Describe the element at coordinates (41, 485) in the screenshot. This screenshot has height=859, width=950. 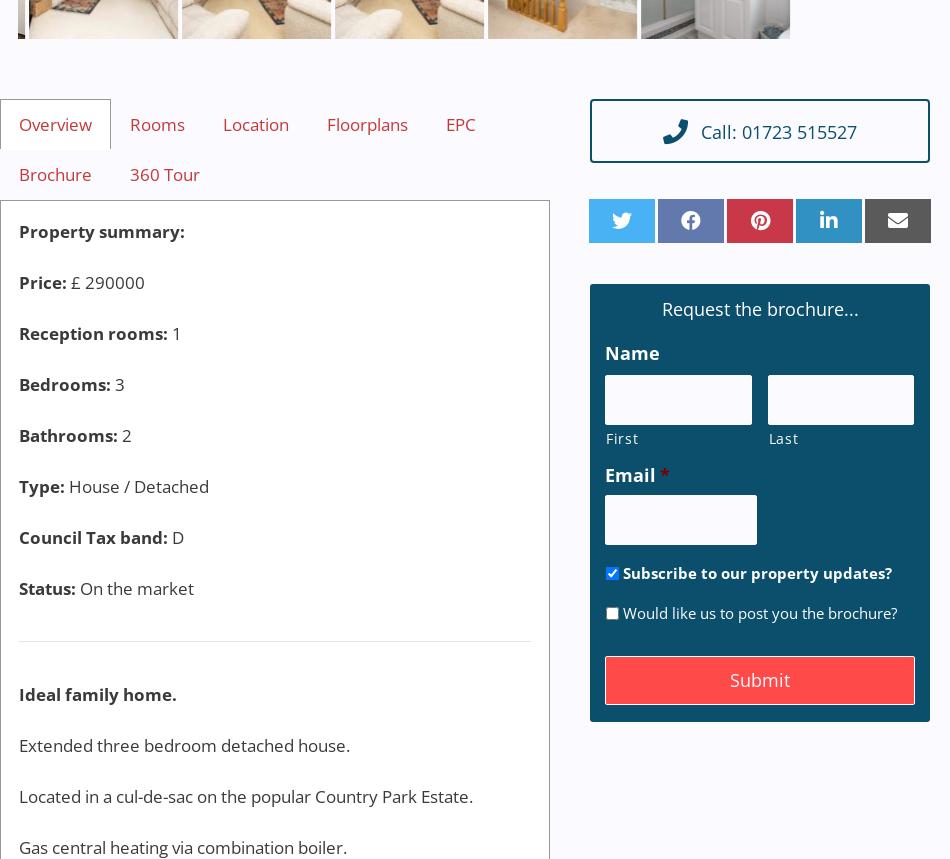
I see `'Type:'` at that location.